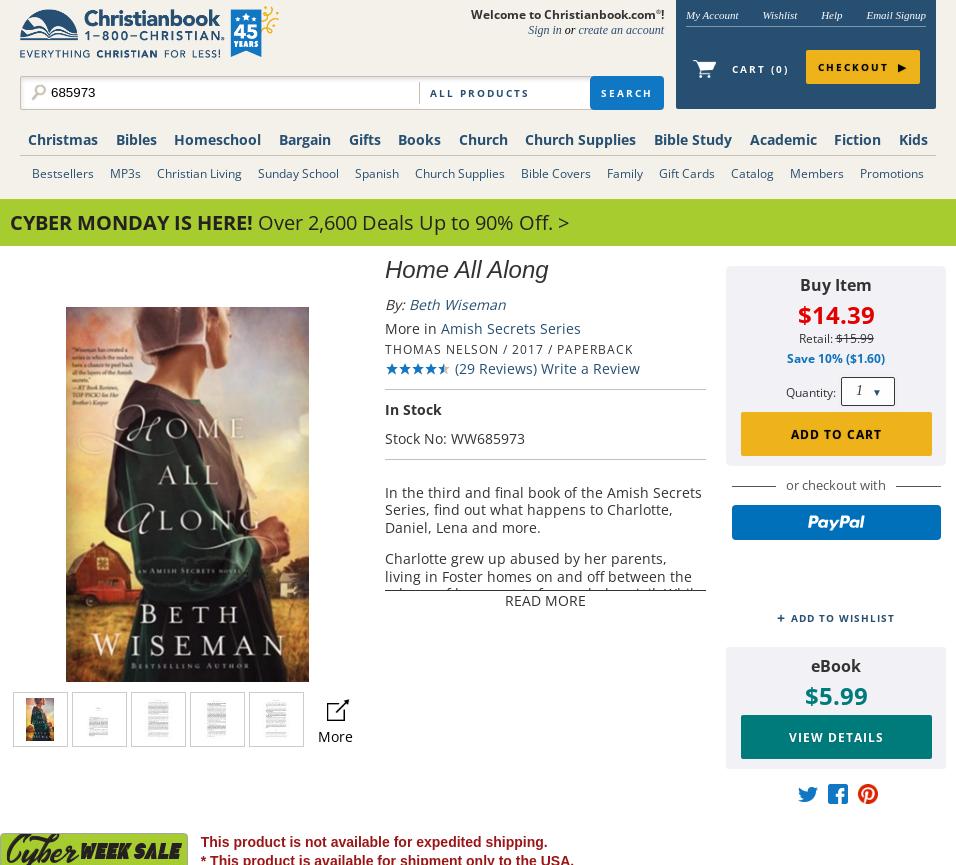 Image resolution: width=956 pixels, height=865 pixels. I want to click on 'Amish Secrets Series', so click(509, 328).